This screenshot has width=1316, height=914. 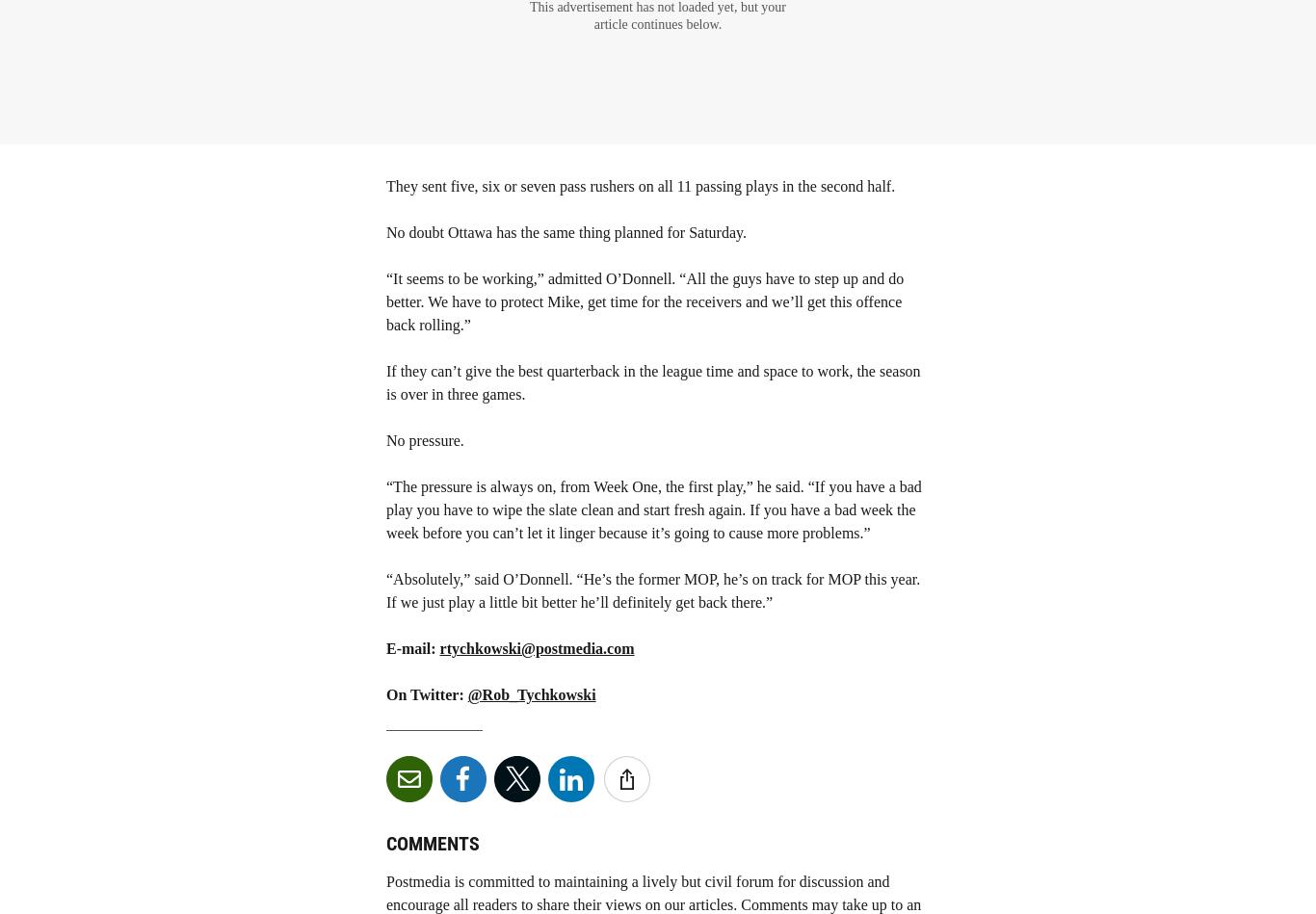 What do you see at coordinates (537, 648) in the screenshot?
I see `'rtychkowski@postmedia.com'` at bounding box center [537, 648].